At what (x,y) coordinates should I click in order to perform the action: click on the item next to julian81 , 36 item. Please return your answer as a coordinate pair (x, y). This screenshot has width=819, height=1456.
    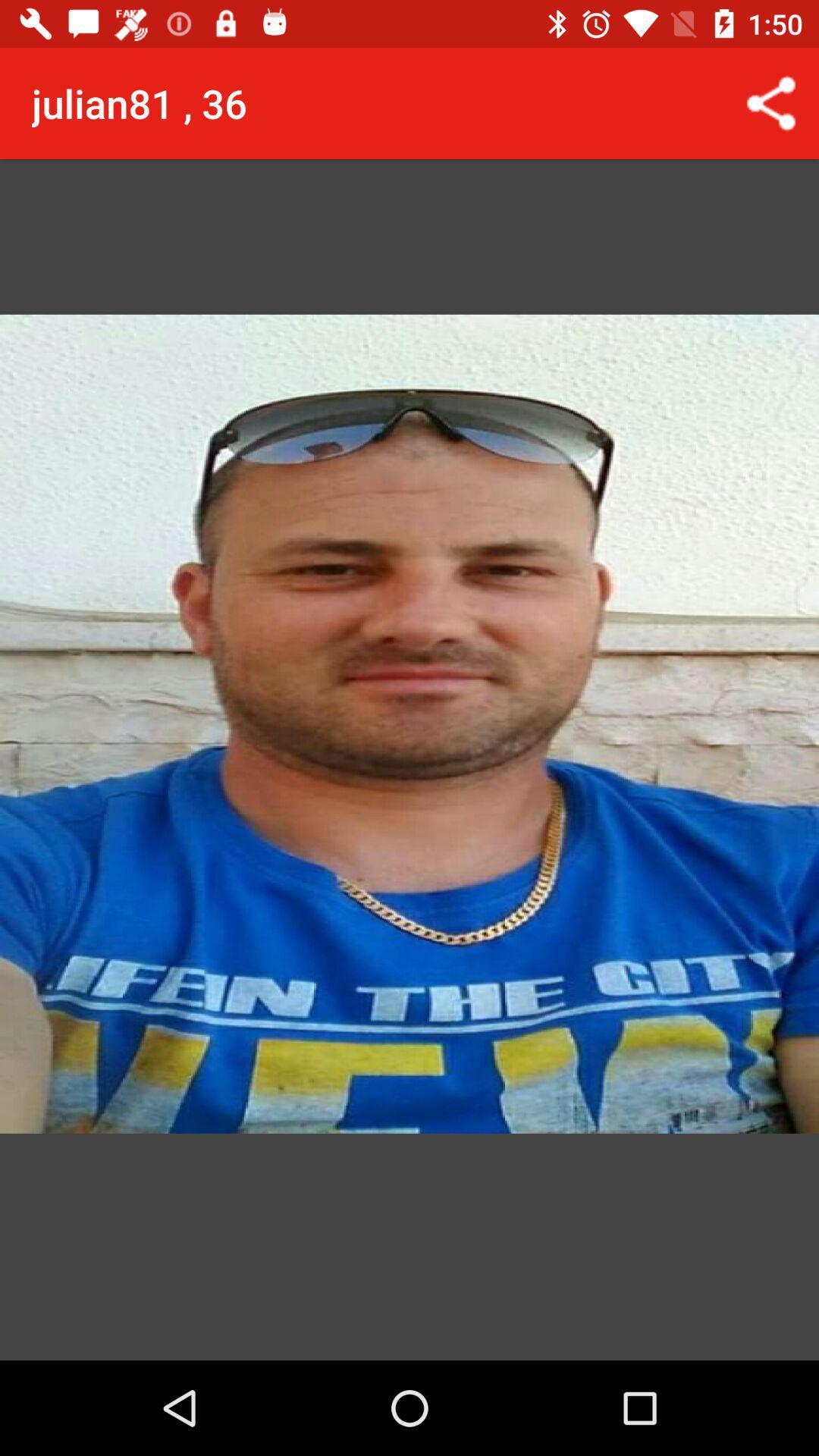
    Looking at the image, I should click on (771, 102).